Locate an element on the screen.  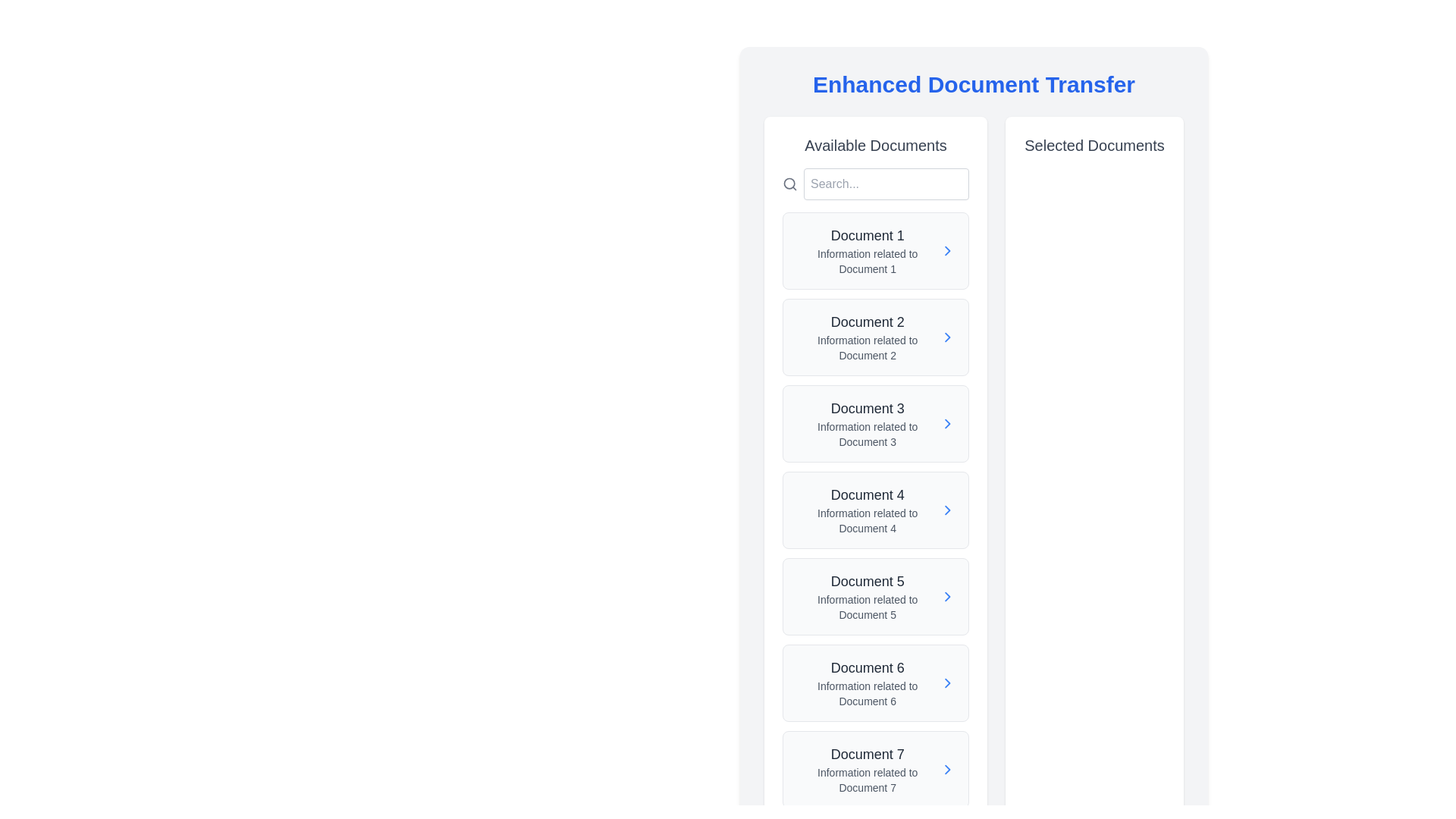
the chevron icon within the 'Document 6' entry in the list of available documents is located at coordinates (946, 683).